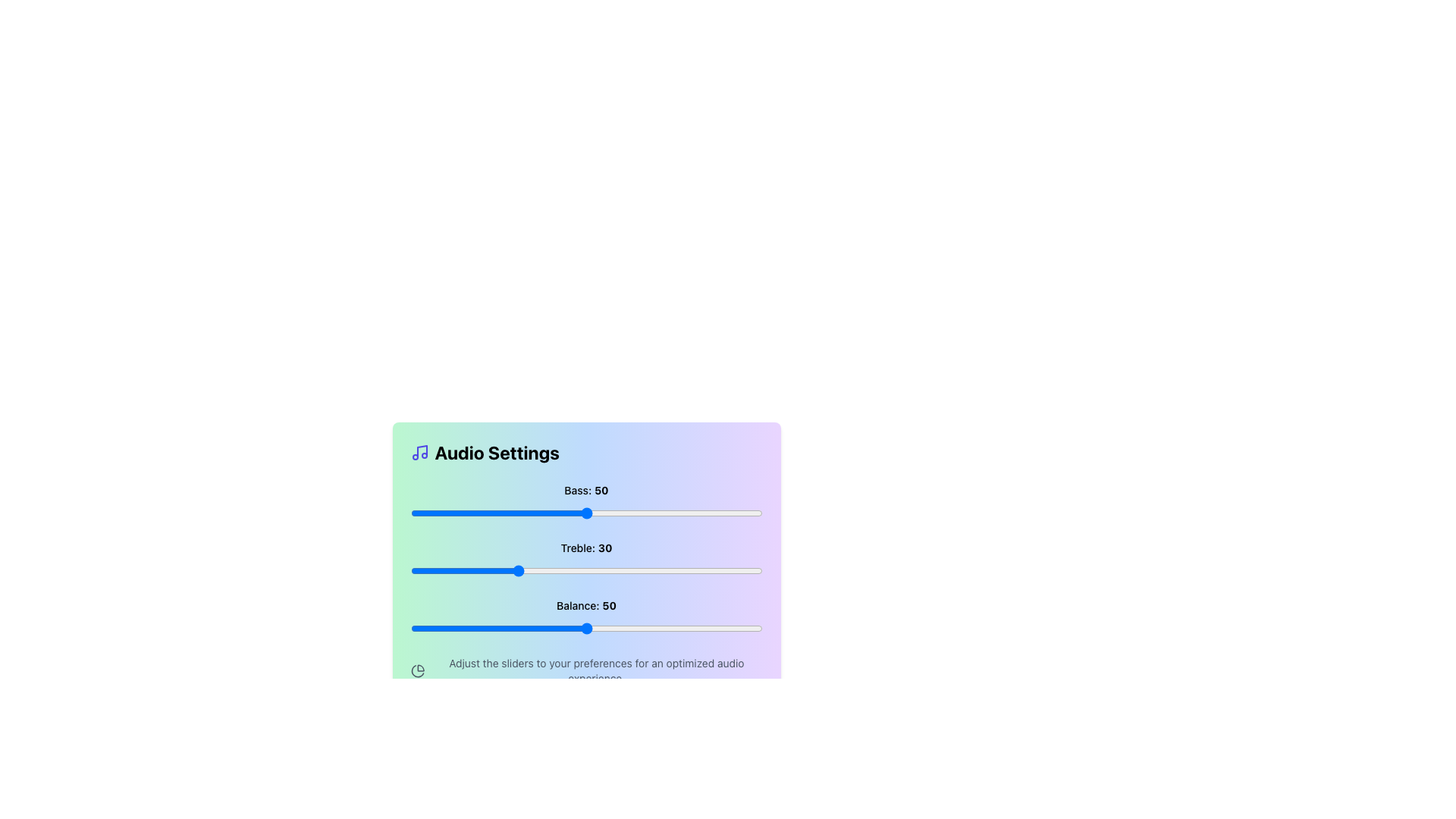 The height and width of the screenshot is (819, 1456). Describe the element at coordinates (476, 629) in the screenshot. I see `the balance` at that location.